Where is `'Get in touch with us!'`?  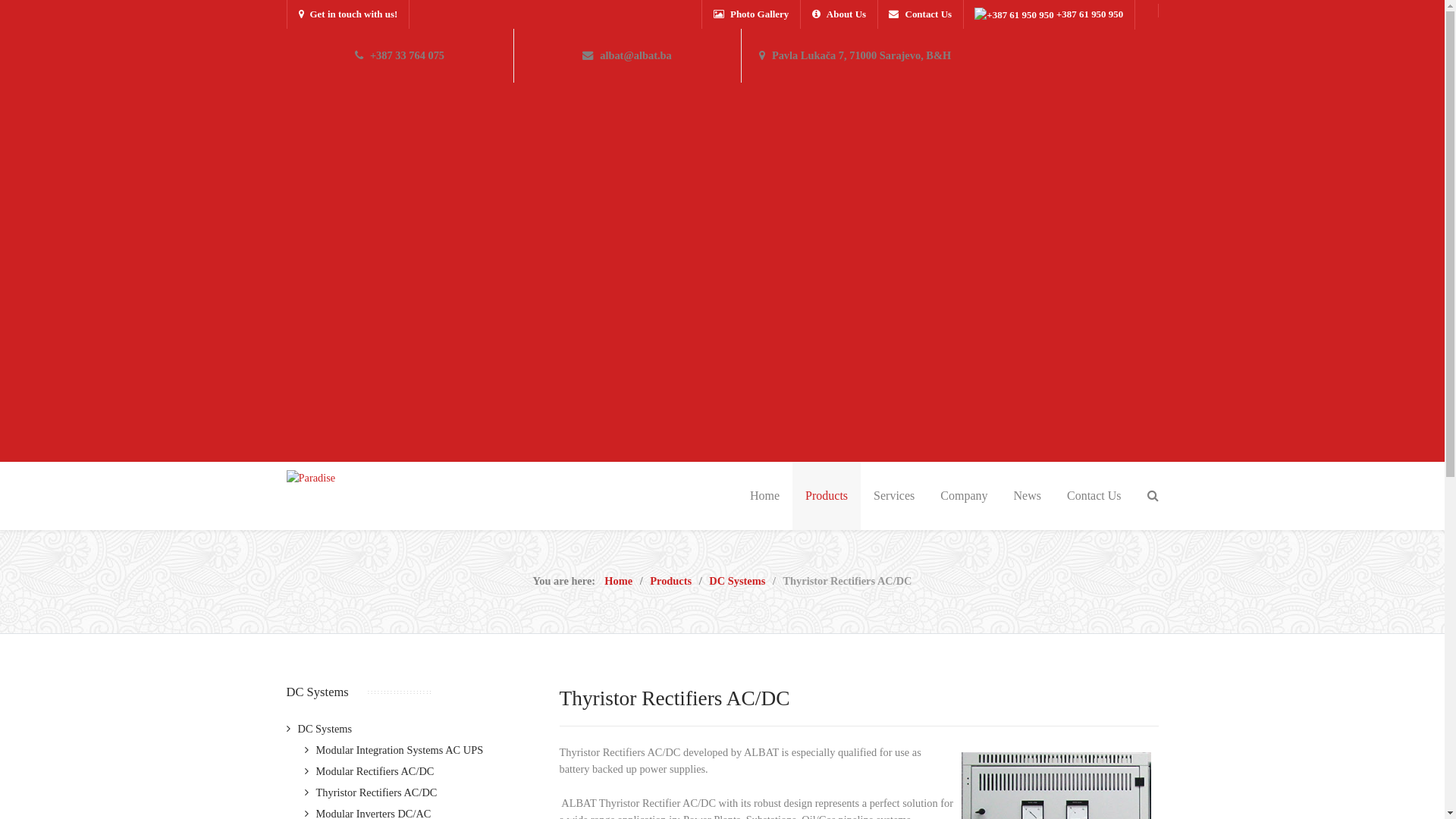
'Get in touch with us!' is located at coordinates (347, 14).